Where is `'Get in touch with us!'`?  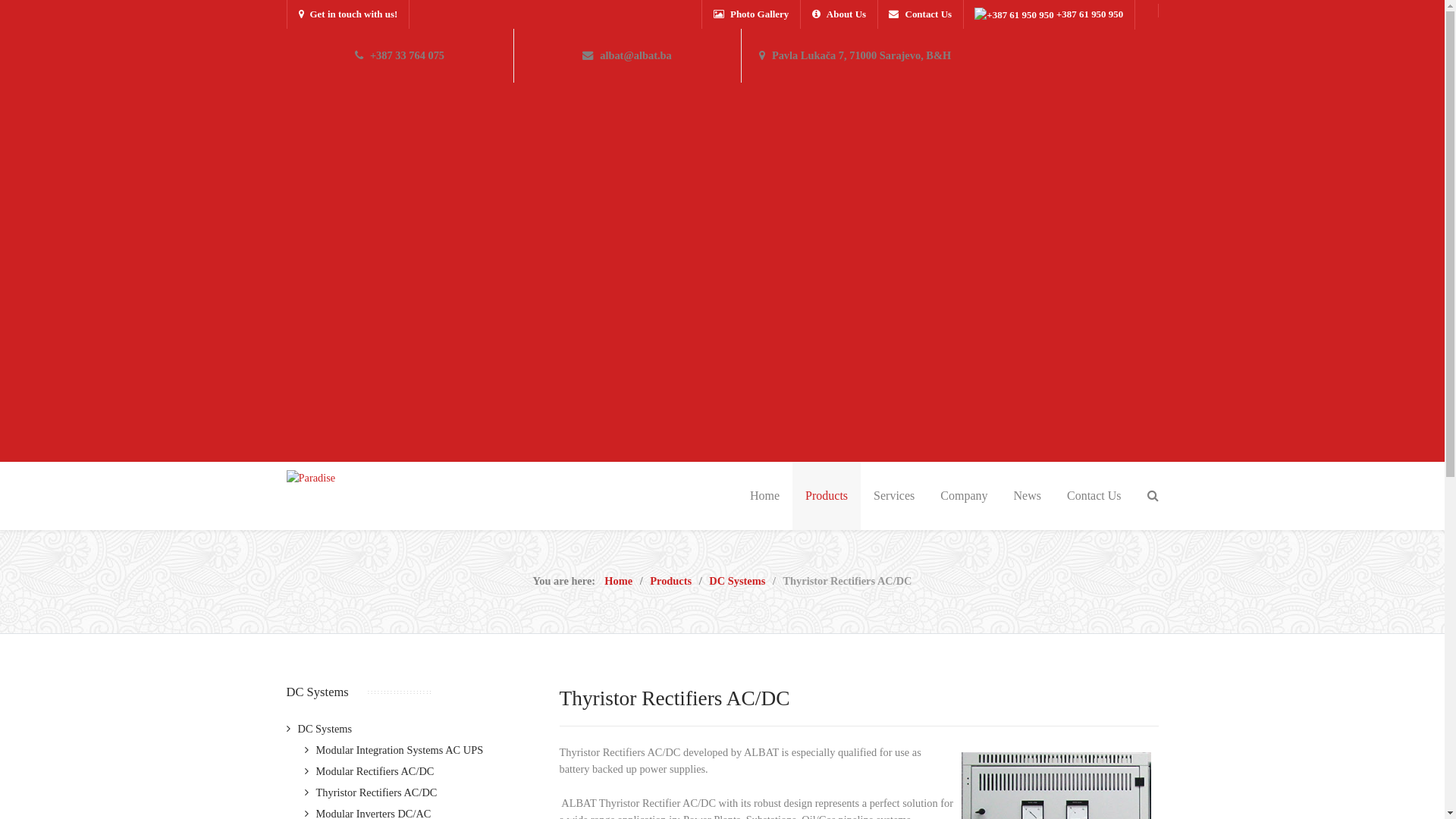
'Get in touch with us!' is located at coordinates (347, 14).